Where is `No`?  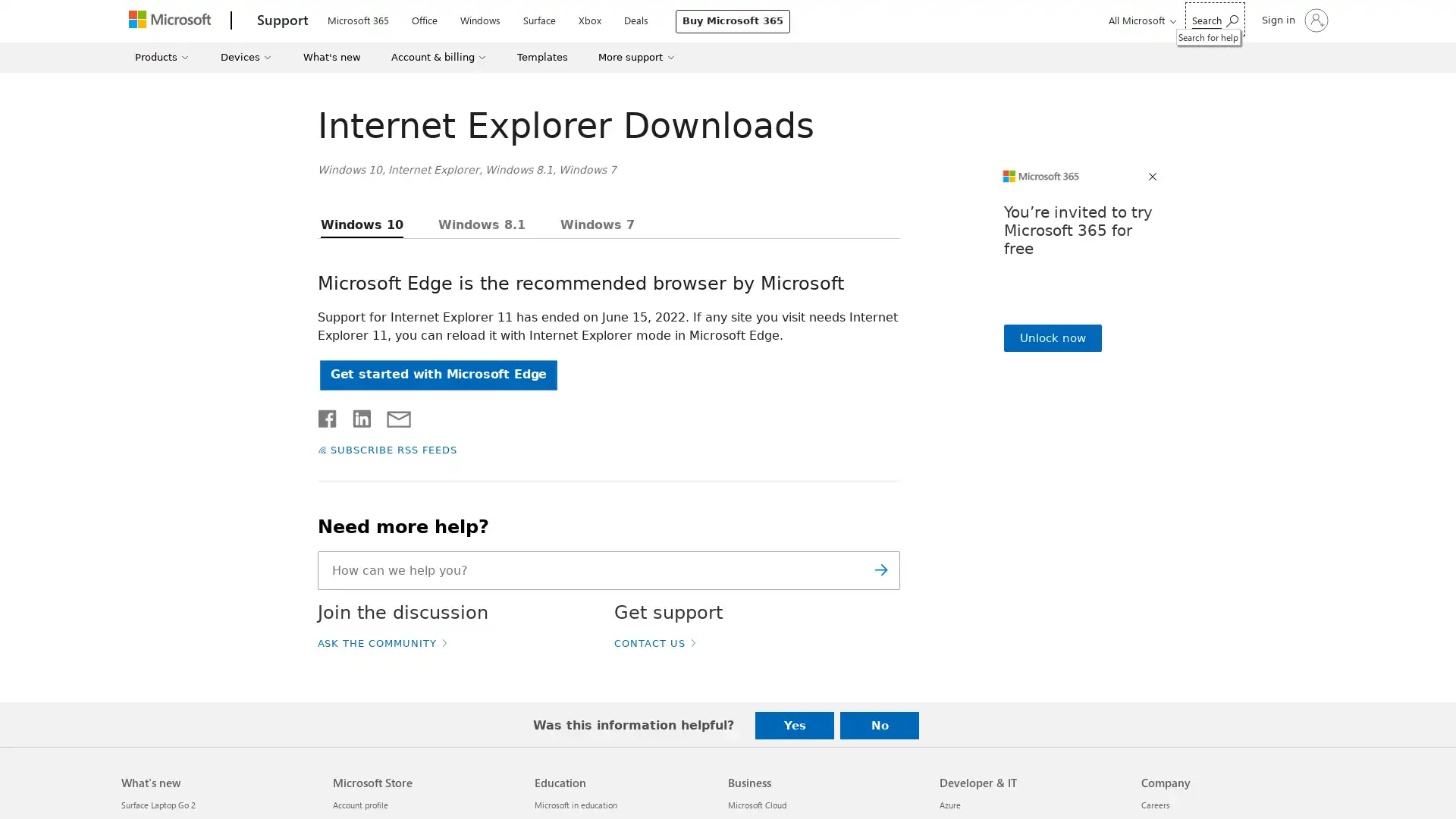
No is located at coordinates (880, 724).